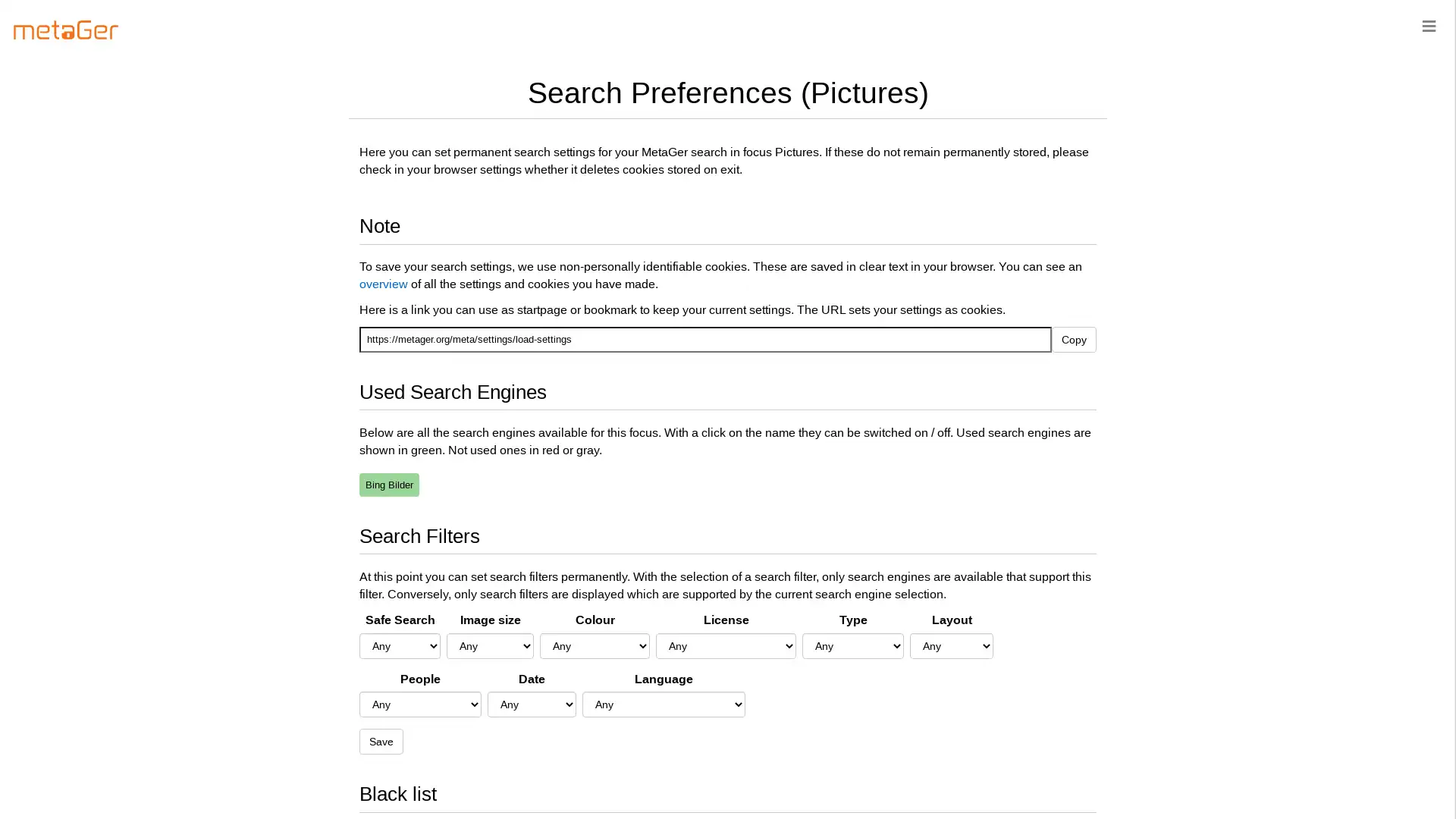 The height and width of the screenshot is (819, 1456). I want to click on Save, so click(381, 741).